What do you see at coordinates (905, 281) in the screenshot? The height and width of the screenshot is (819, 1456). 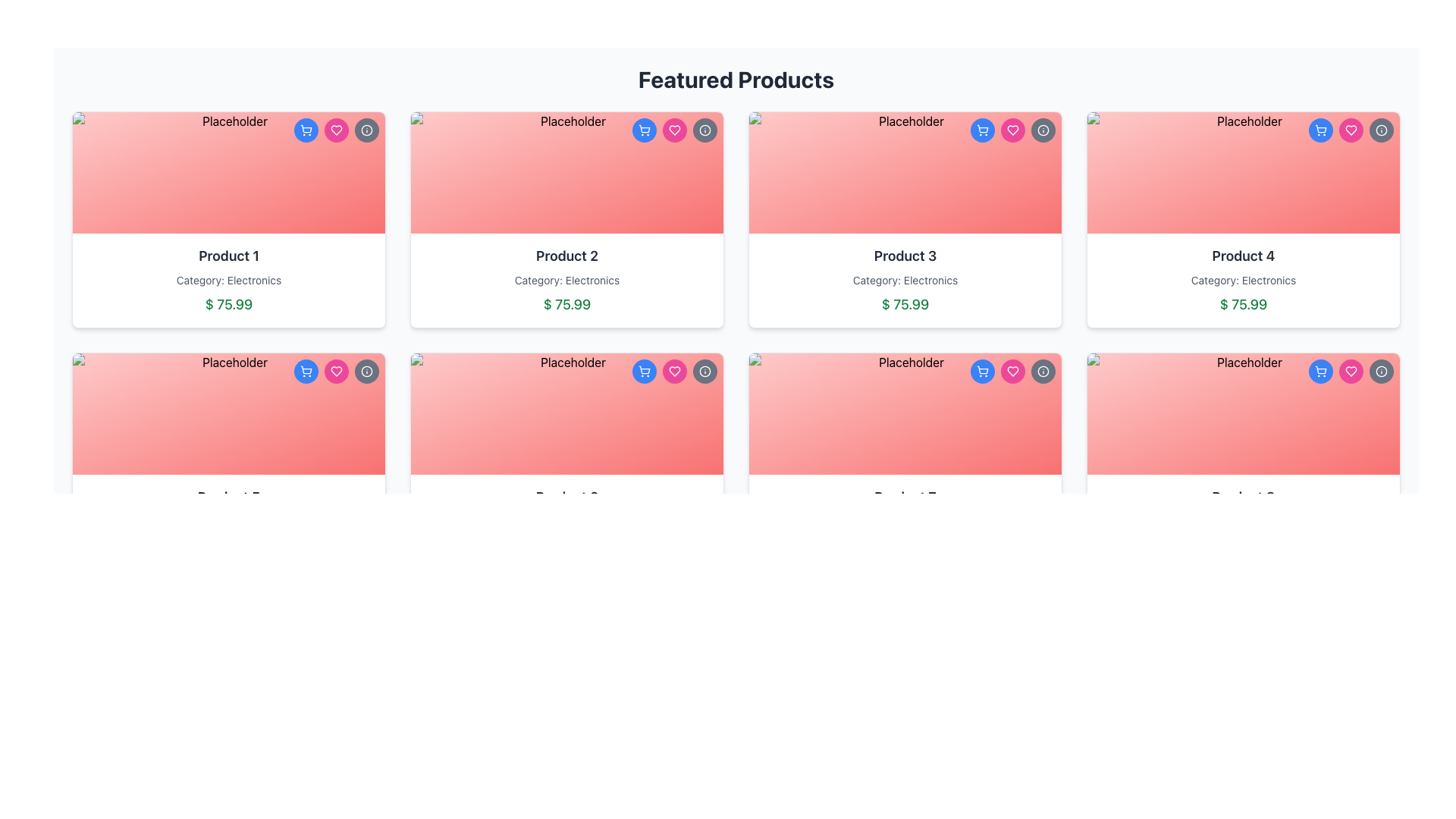 I see `text from the 'Product 3' Text block element, which includes the name, category, and price information` at bounding box center [905, 281].